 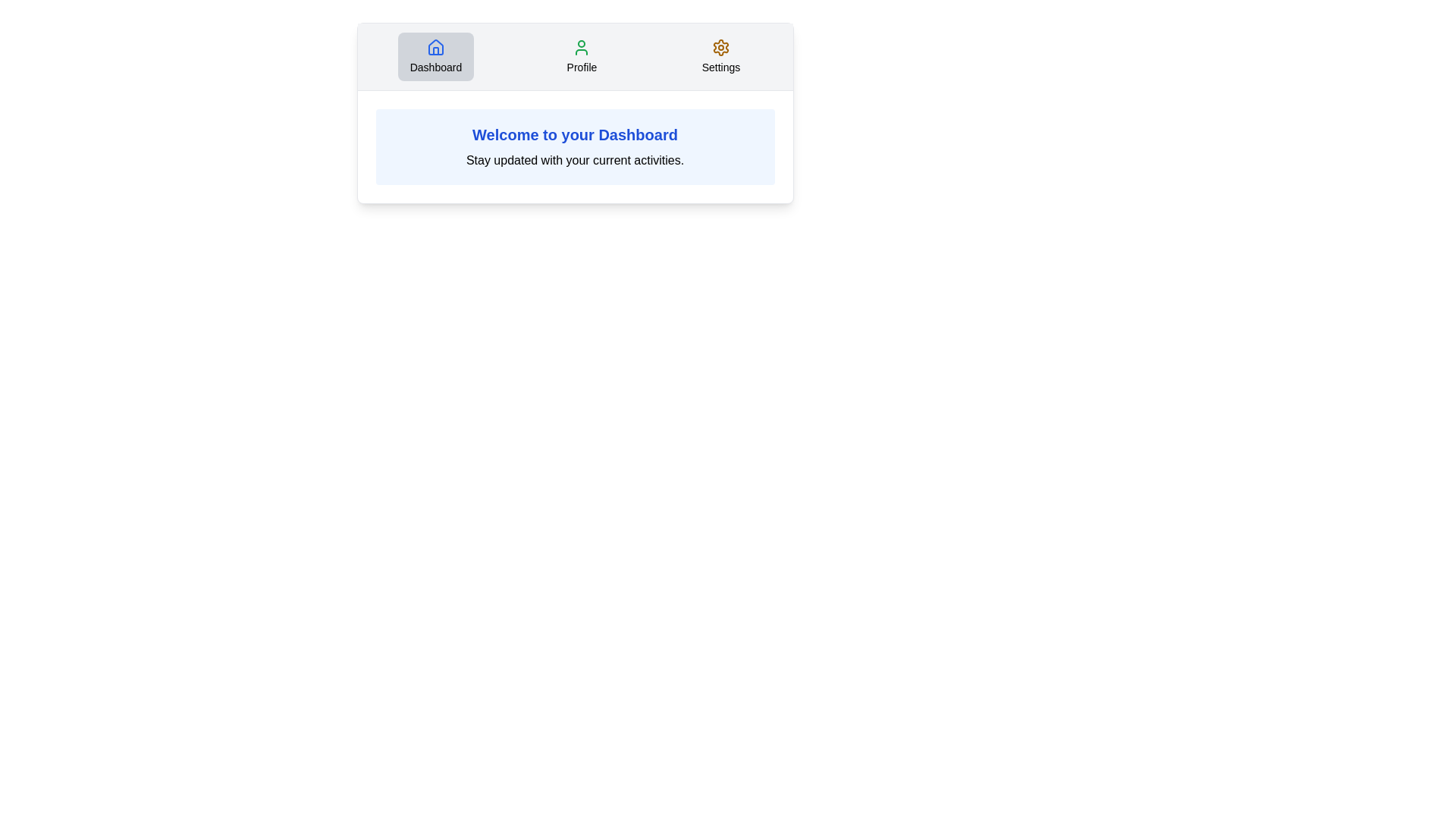 What do you see at coordinates (581, 55) in the screenshot?
I see `the Profile tab to observe its hover effect` at bounding box center [581, 55].